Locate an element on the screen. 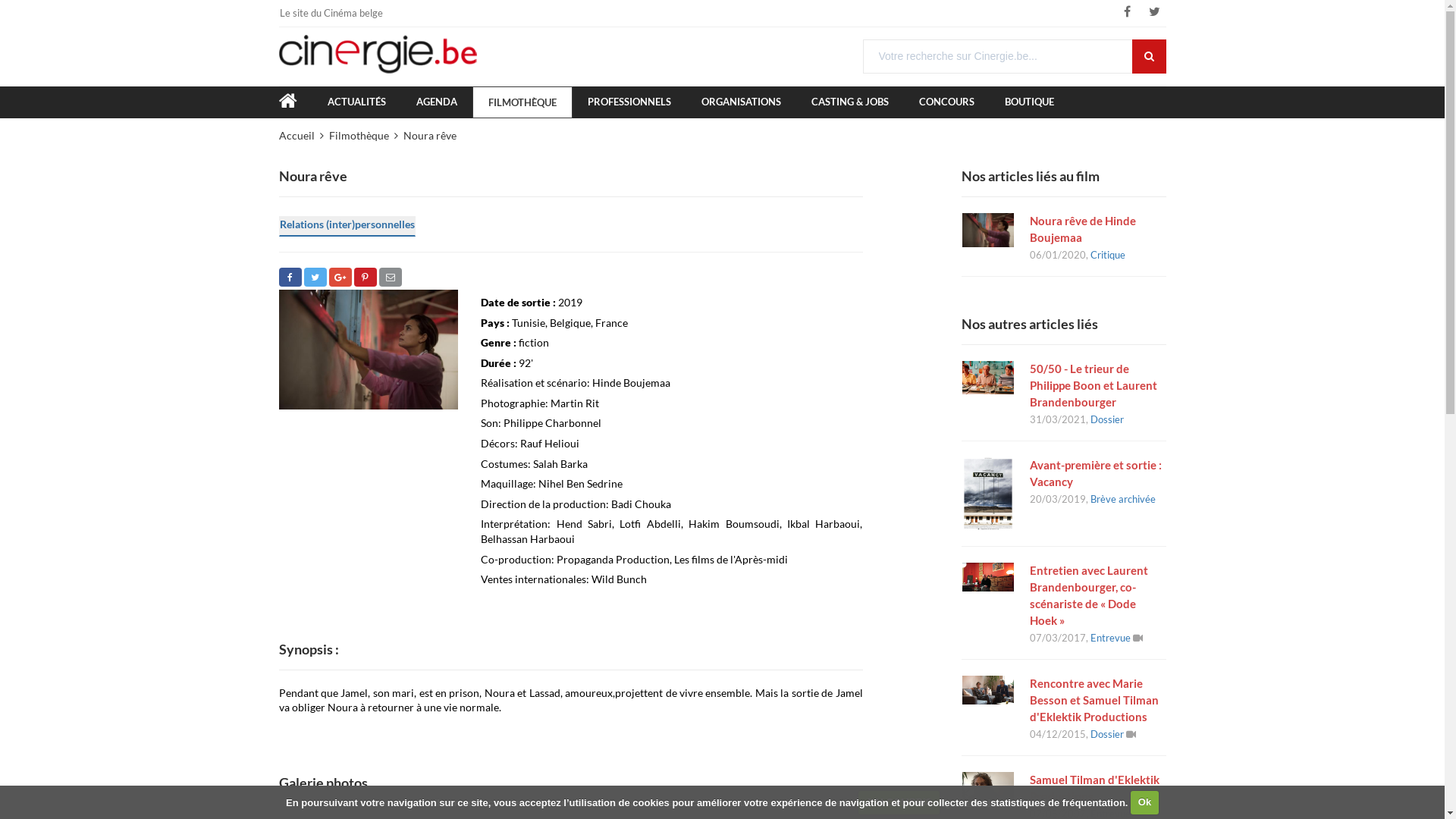 Image resolution: width=1456 pixels, height=819 pixels. 'J'envoie' is located at coordinates (390, 277).